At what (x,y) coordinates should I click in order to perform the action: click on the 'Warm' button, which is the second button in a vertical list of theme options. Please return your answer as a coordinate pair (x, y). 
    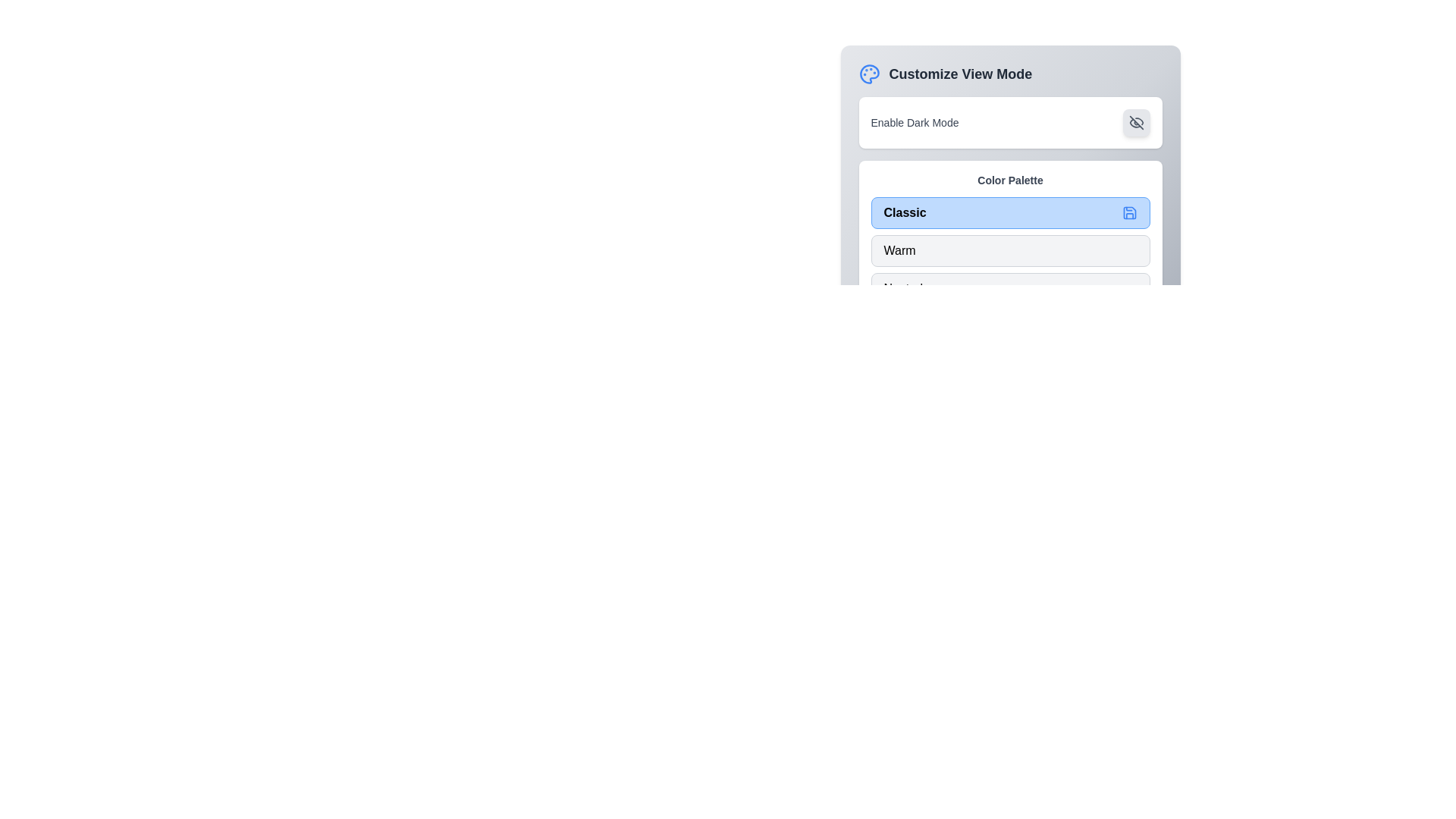
    Looking at the image, I should click on (1010, 250).